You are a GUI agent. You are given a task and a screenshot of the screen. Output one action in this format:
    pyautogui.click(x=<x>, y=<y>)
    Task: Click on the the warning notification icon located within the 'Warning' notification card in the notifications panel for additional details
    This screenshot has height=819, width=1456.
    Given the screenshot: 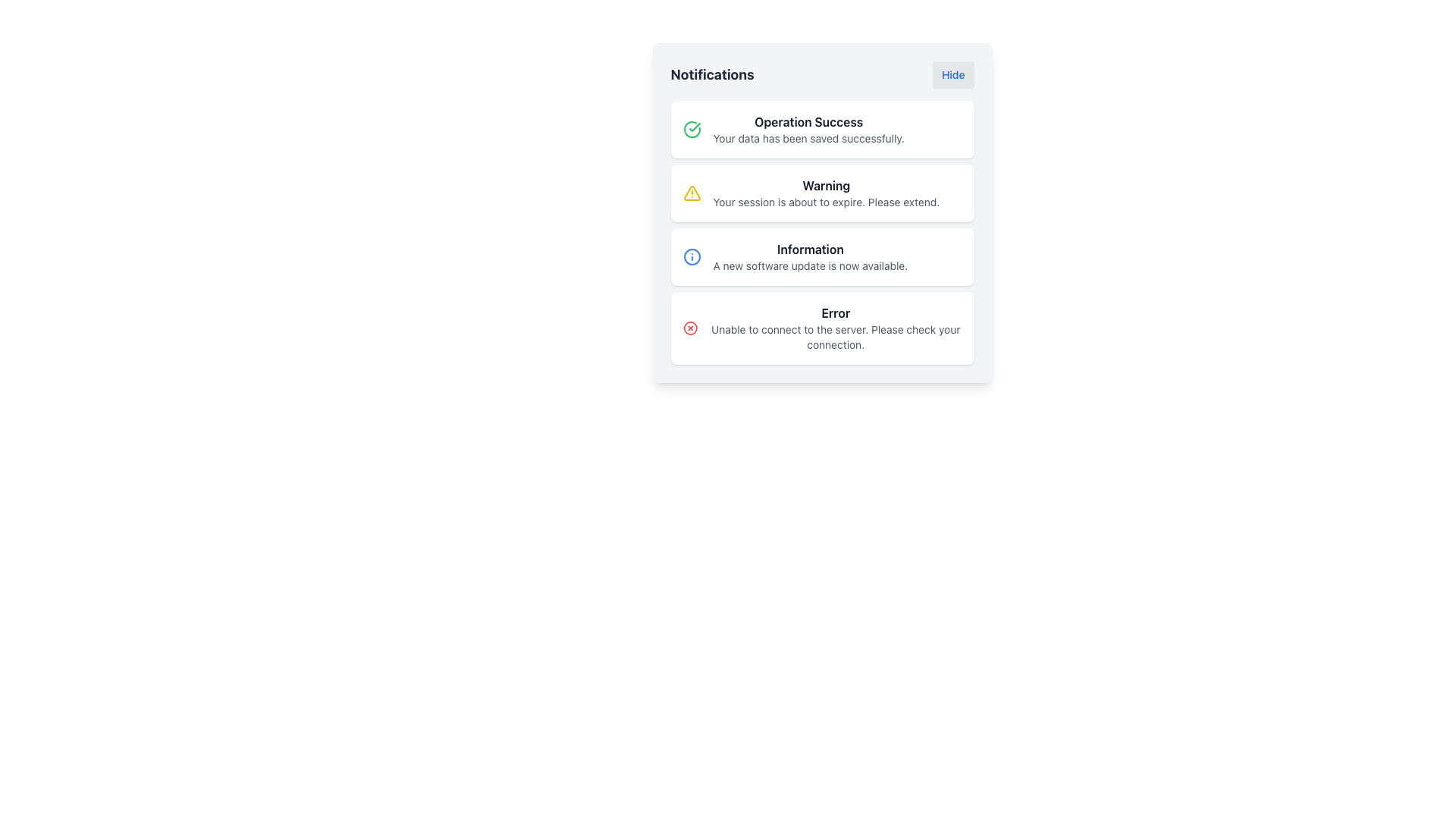 What is the action you would take?
    pyautogui.click(x=691, y=192)
    